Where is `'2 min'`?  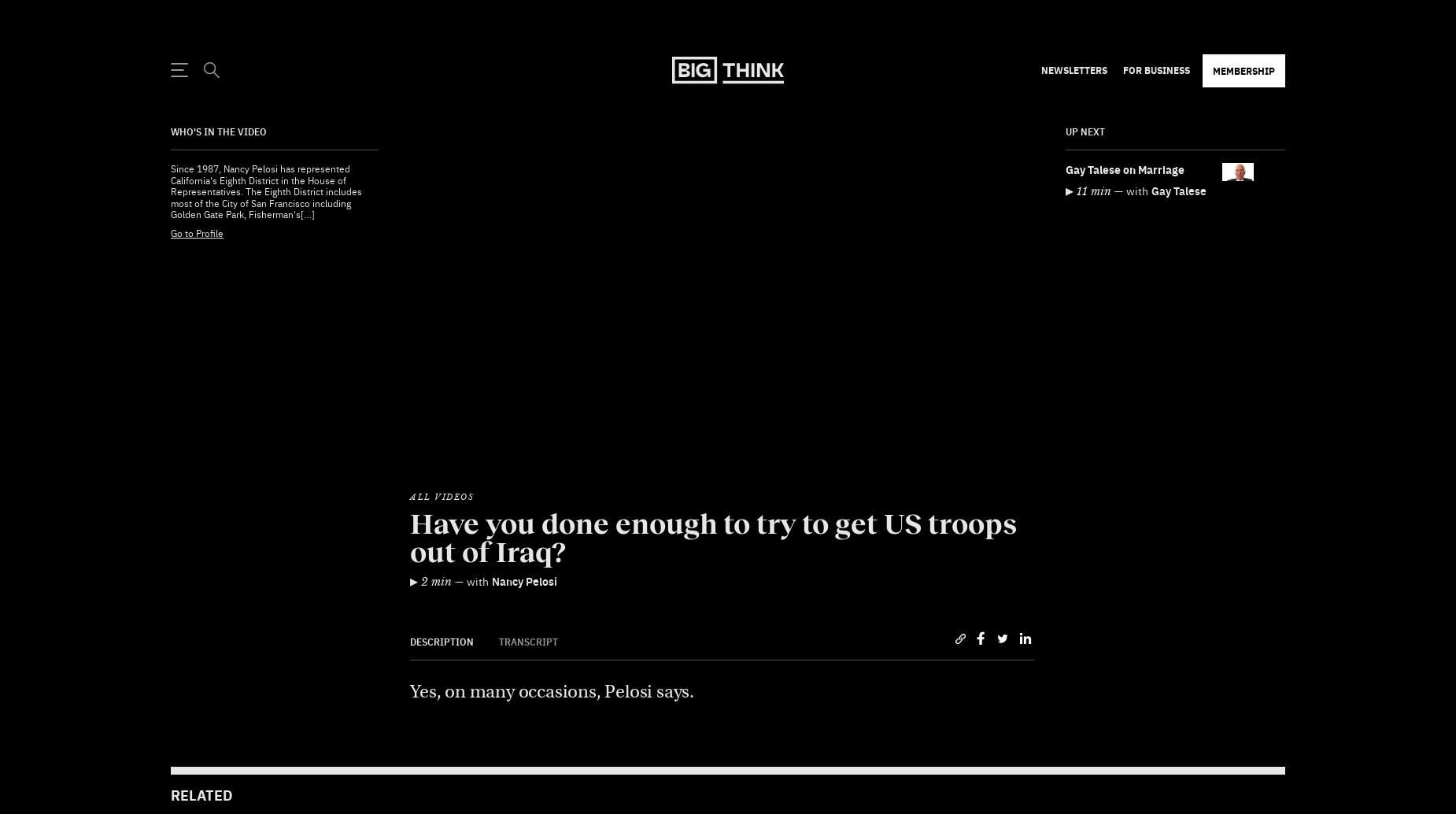
'2 min' is located at coordinates (436, 542).